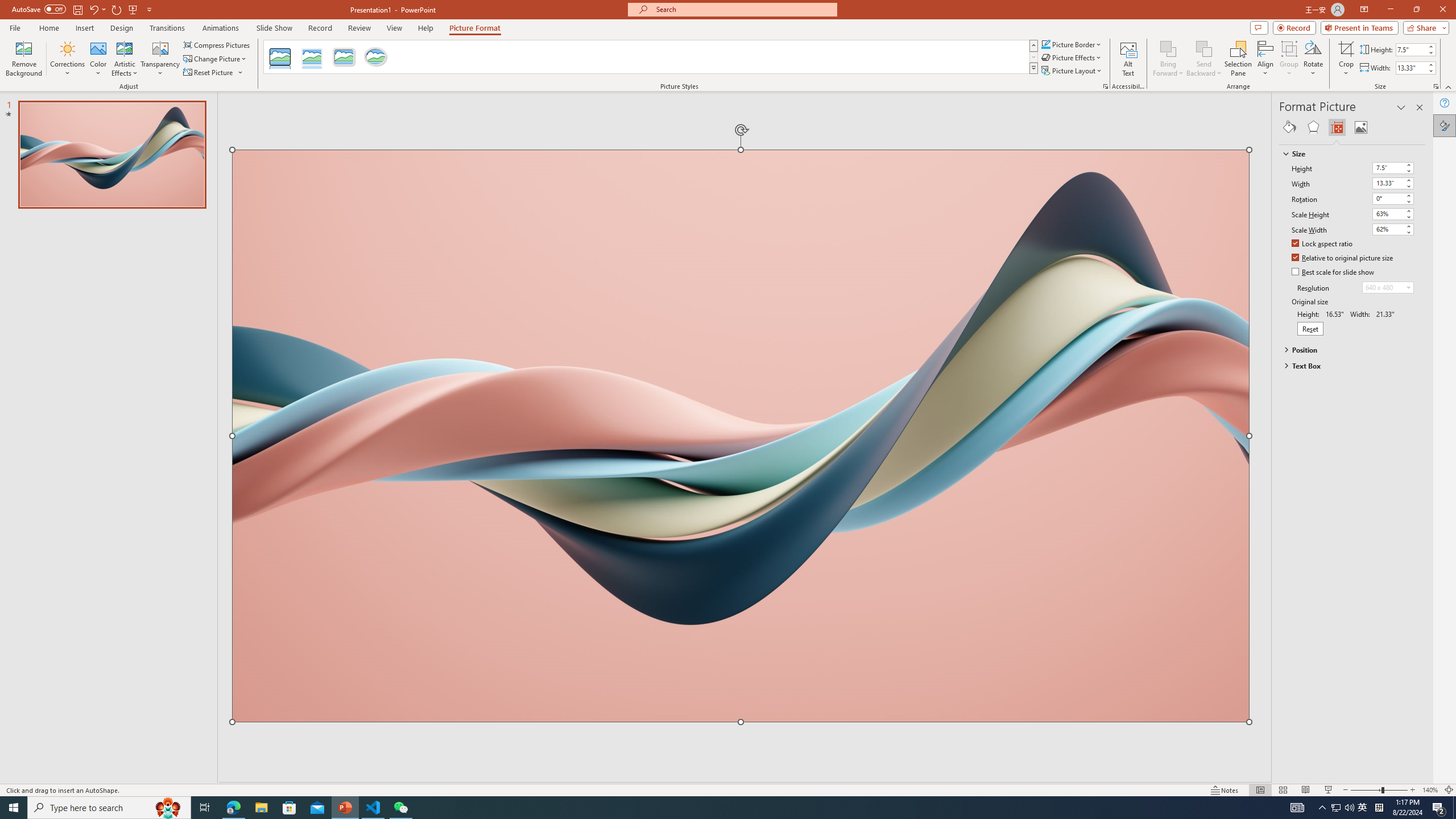 The height and width of the screenshot is (819, 1456). What do you see at coordinates (1168, 48) in the screenshot?
I see `'Bring Forward'` at bounding box center [1168, 48].